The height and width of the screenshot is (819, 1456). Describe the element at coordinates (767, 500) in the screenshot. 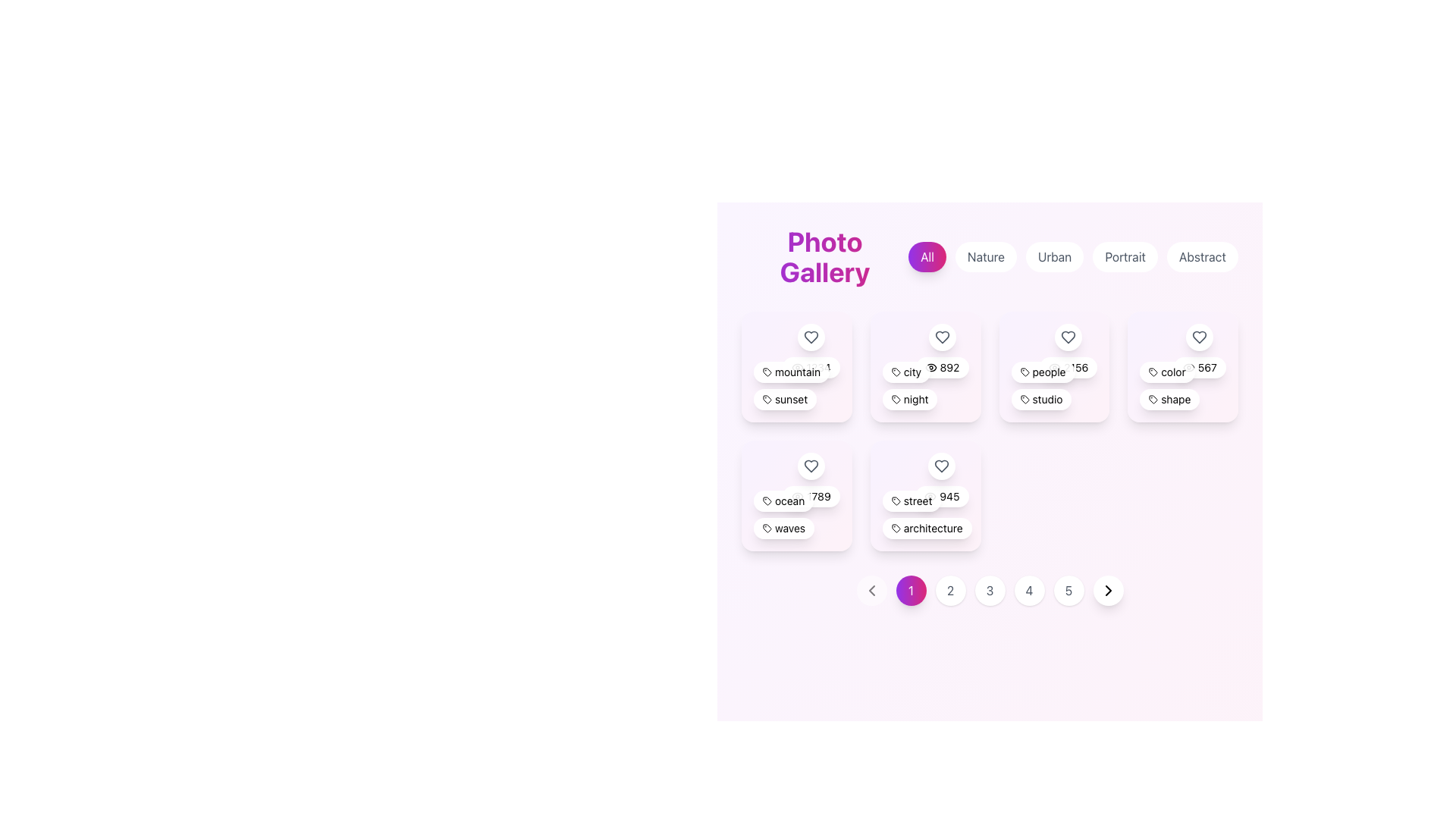

I see `the tag icon representing 'ocean', located in the second row, first column of the grid of selectable cards` at that location.